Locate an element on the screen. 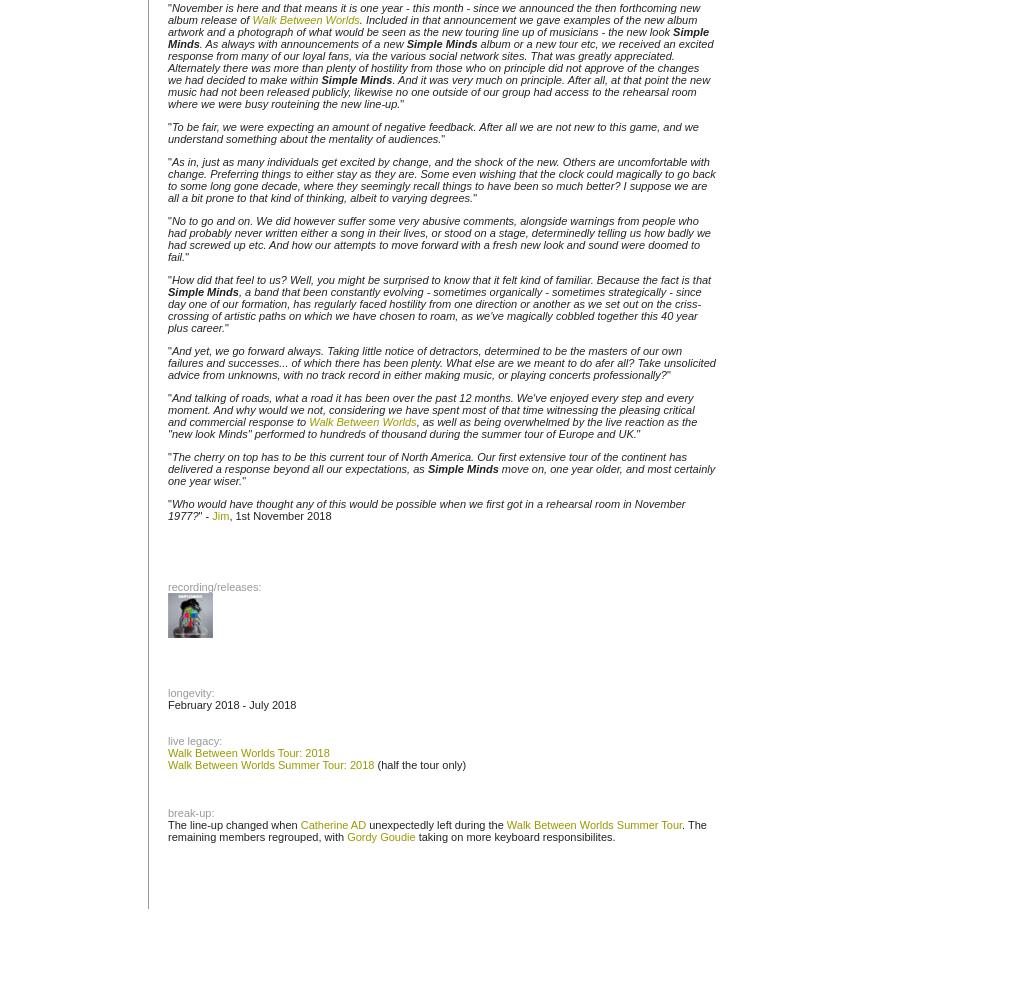 The width and height of the screenshot is (1024, 1000). 'And talking of roads, what a road it has been over the past 12 months. We've enjoyed every step and every moment.
And why would we not, considering we have spent most of that time witnessing the pleasing critical and commercial
response to' is located at coordinates (431, 410).